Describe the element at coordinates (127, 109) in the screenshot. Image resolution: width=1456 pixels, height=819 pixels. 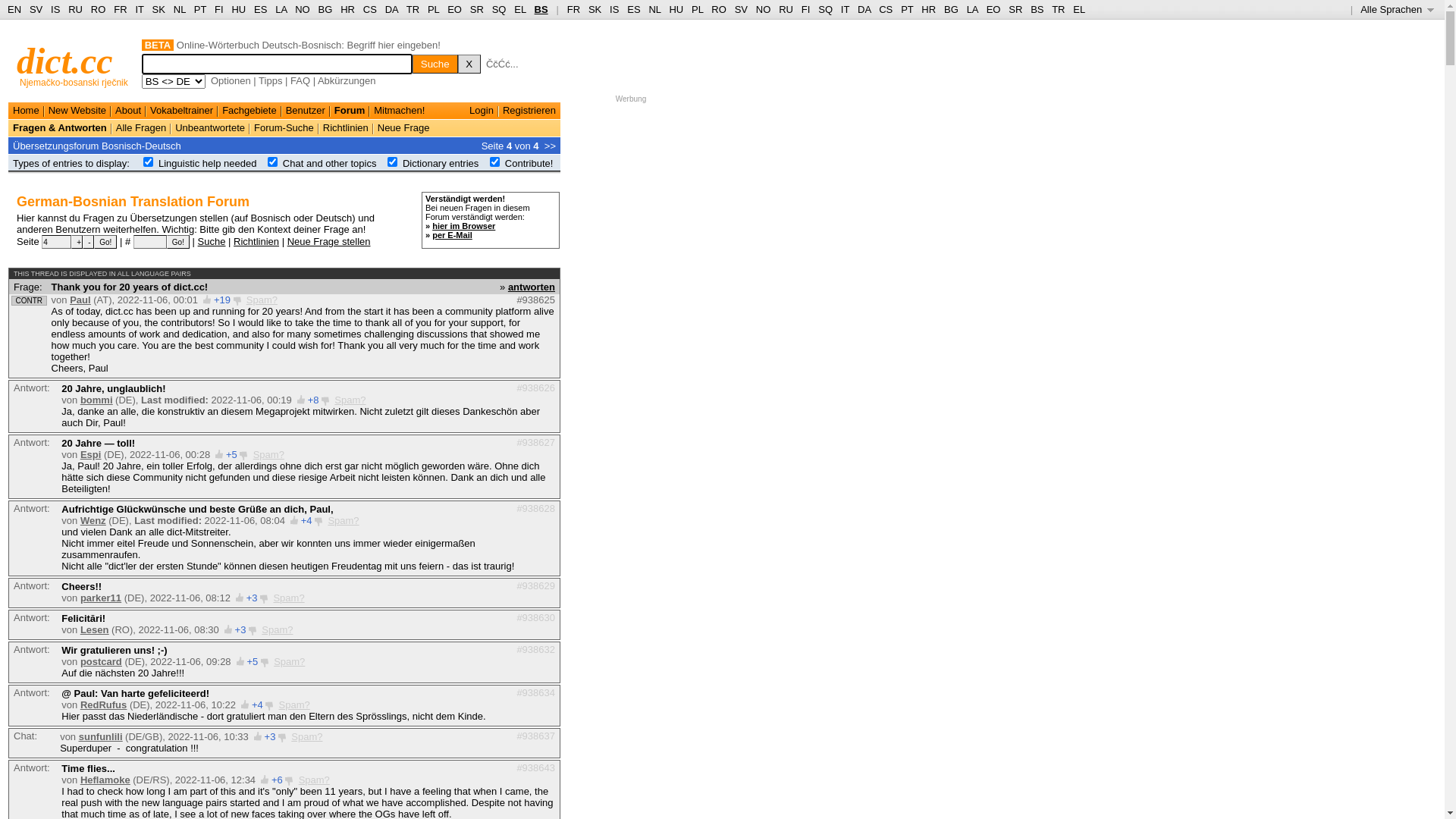
I see `'About'` at that location.